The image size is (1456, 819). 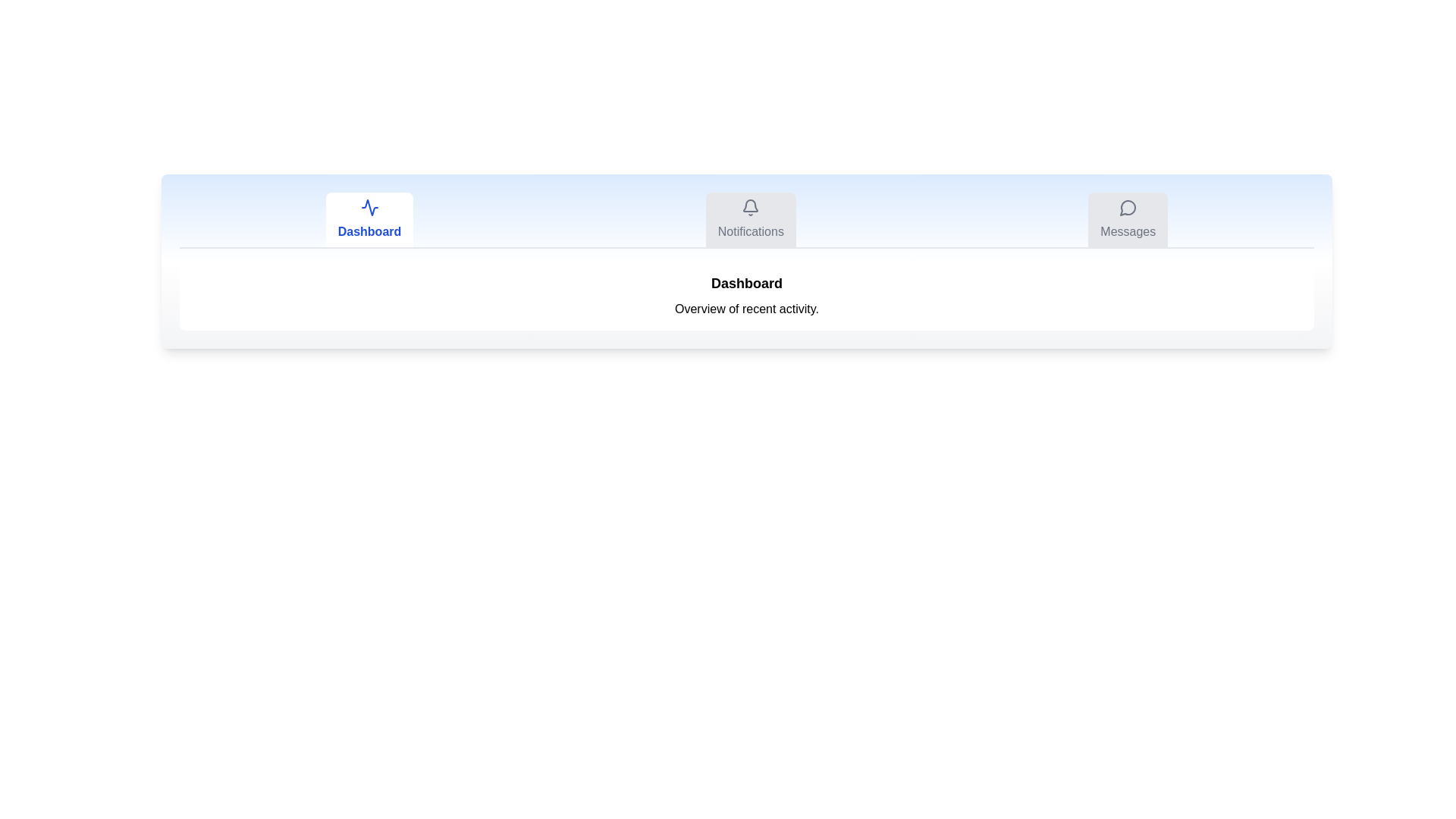 What do you see at coordinates (369, 219) in the screenshot?
I see `the tab labeled Dashboard to observe visual feedback` at bounding box center [369, 219].